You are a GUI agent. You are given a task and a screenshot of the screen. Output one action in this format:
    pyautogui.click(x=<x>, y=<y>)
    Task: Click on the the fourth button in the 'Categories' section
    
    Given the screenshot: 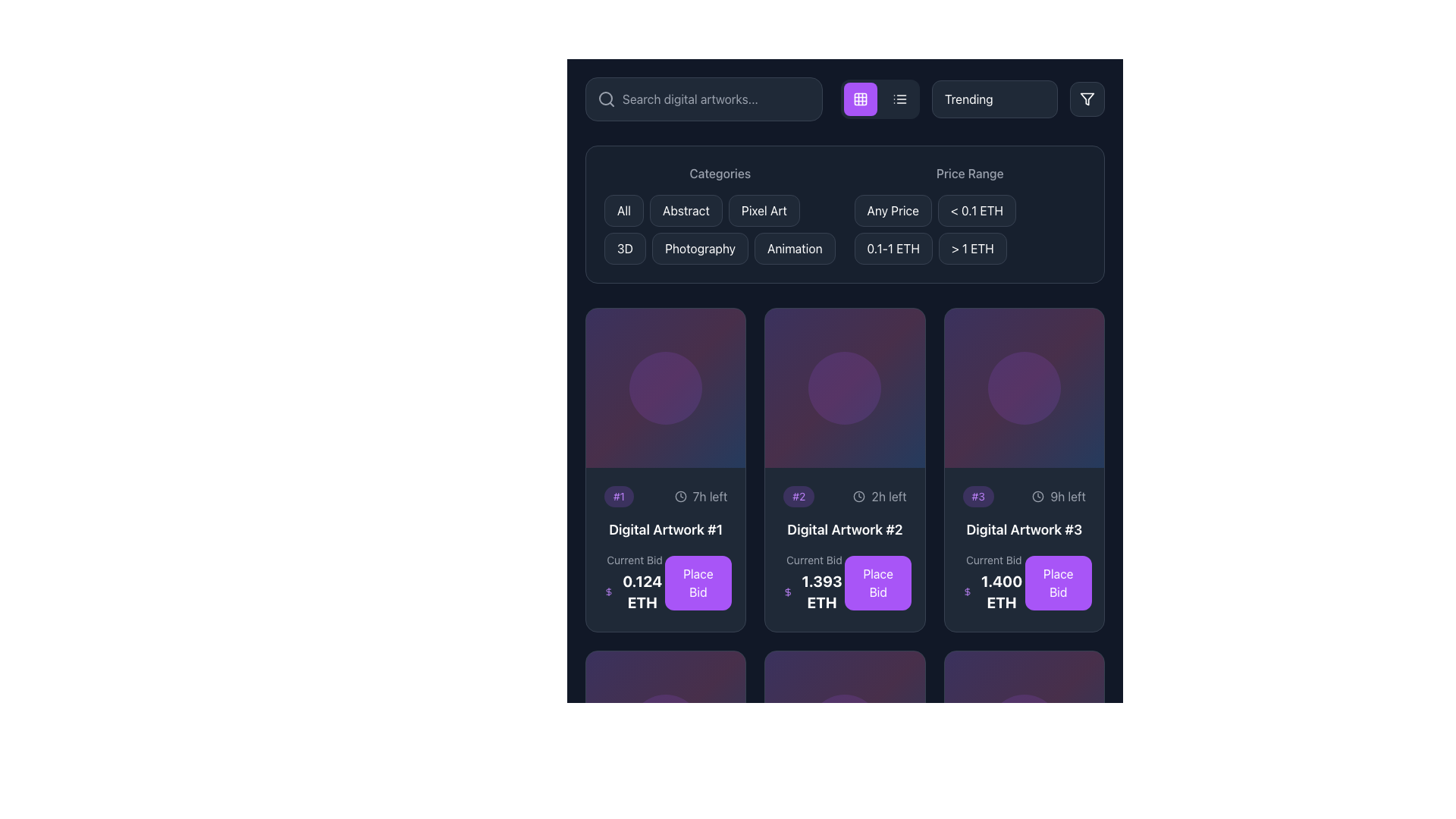 What is the action you would take?
    pyautogui.click(x=625, y=247)
    